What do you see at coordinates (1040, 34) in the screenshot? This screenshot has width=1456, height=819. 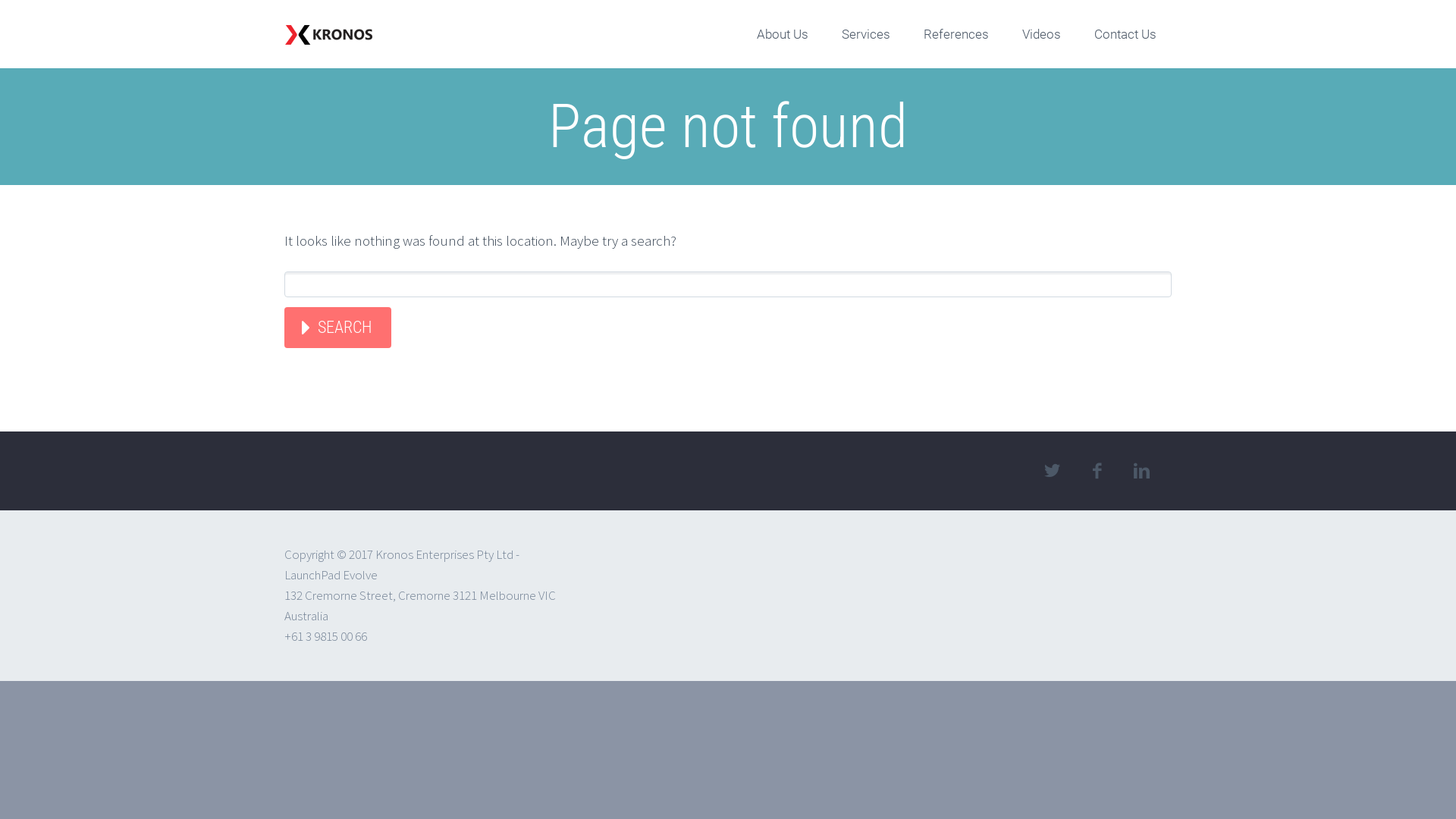 I see `'Videos'` at bounding box center [1040, 34].